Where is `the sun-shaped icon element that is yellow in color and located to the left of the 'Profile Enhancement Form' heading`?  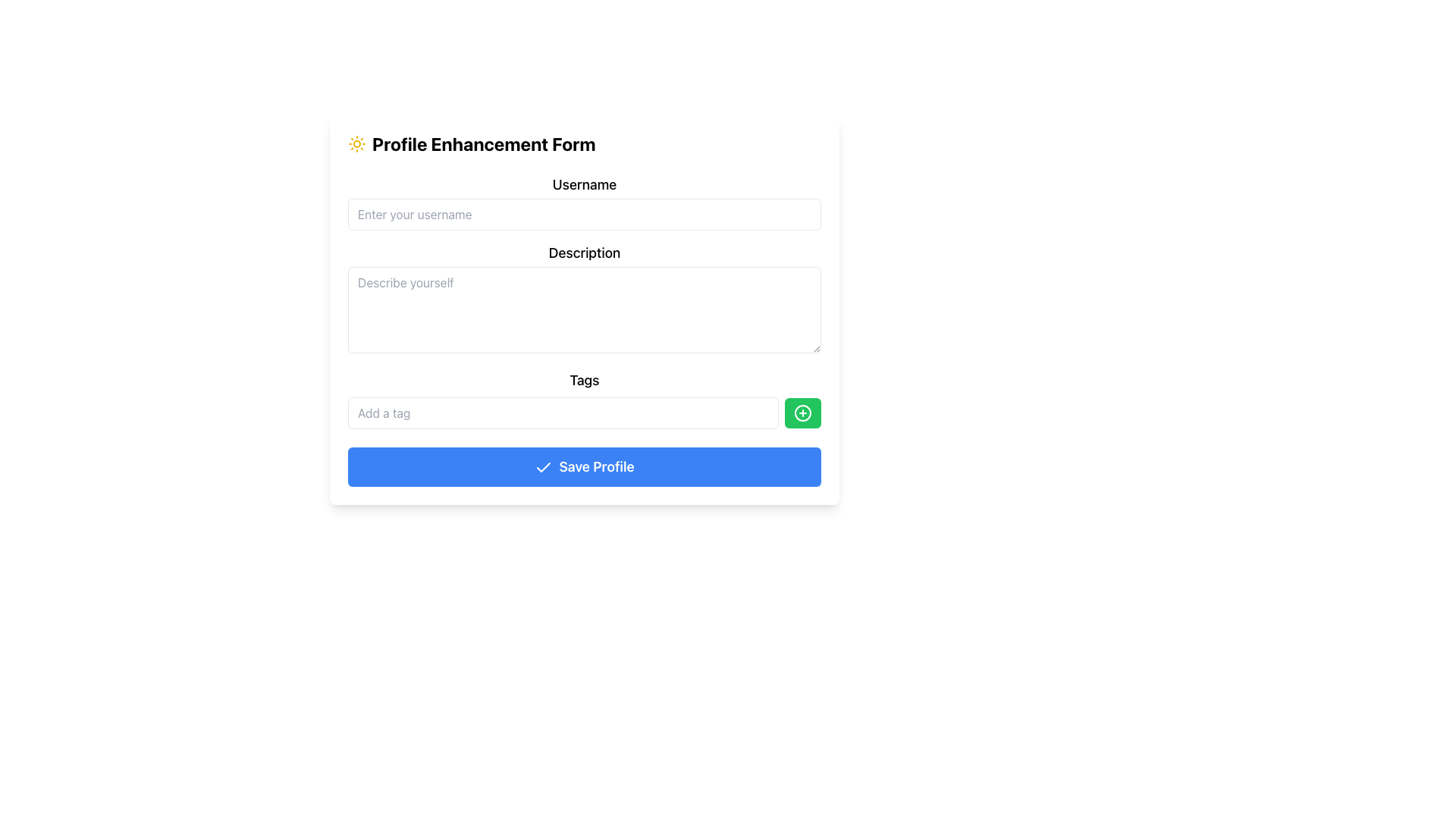 the sun-shaped icon element that is yellow in color and located to the left of the 'Profile Enhancement Form' heading is located at coordinates (356, 143).